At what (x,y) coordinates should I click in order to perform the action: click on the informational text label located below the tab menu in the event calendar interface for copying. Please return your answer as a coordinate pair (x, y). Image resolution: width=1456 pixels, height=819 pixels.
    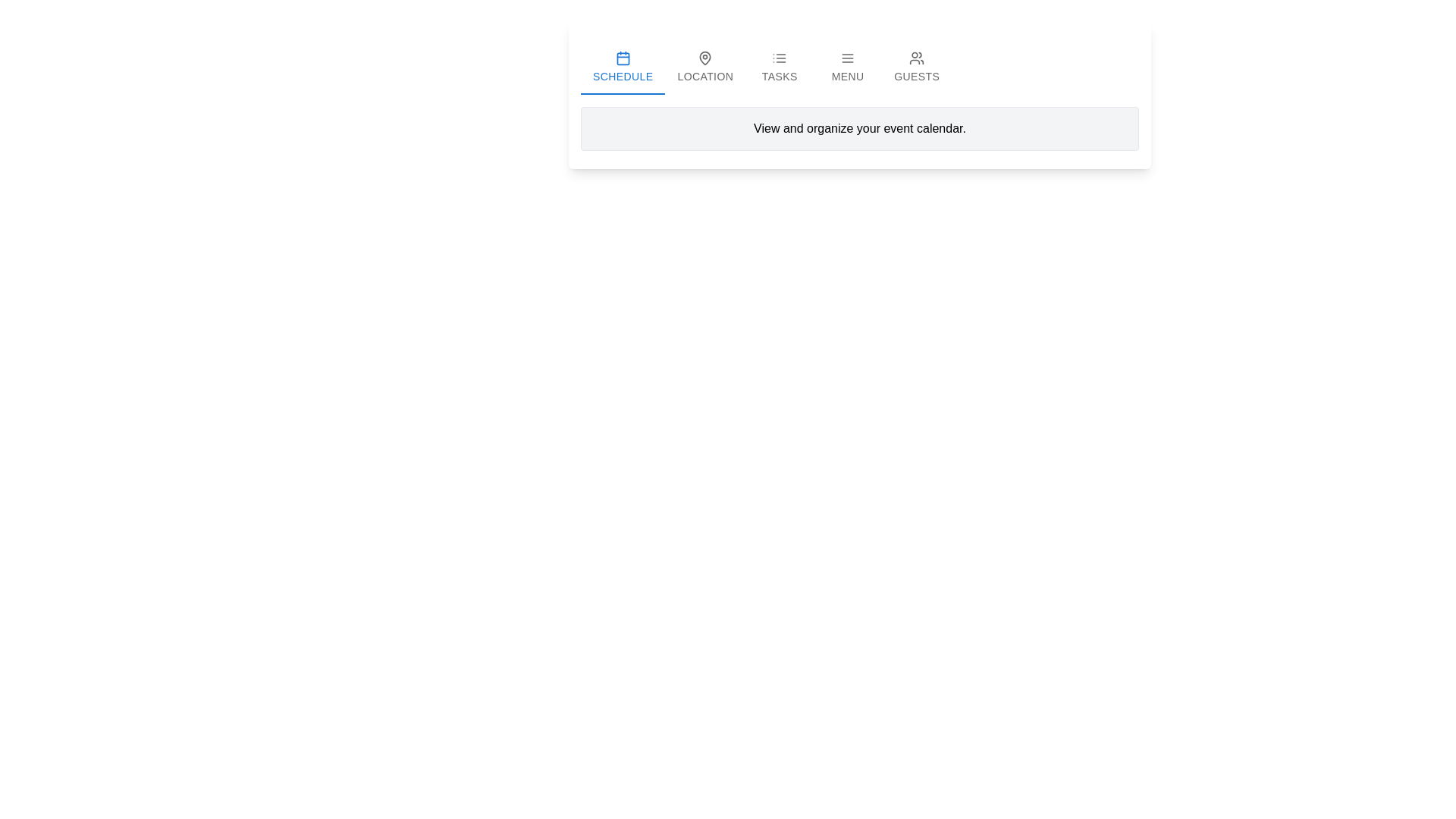
    Looking at the image, I should click on (859, 127).